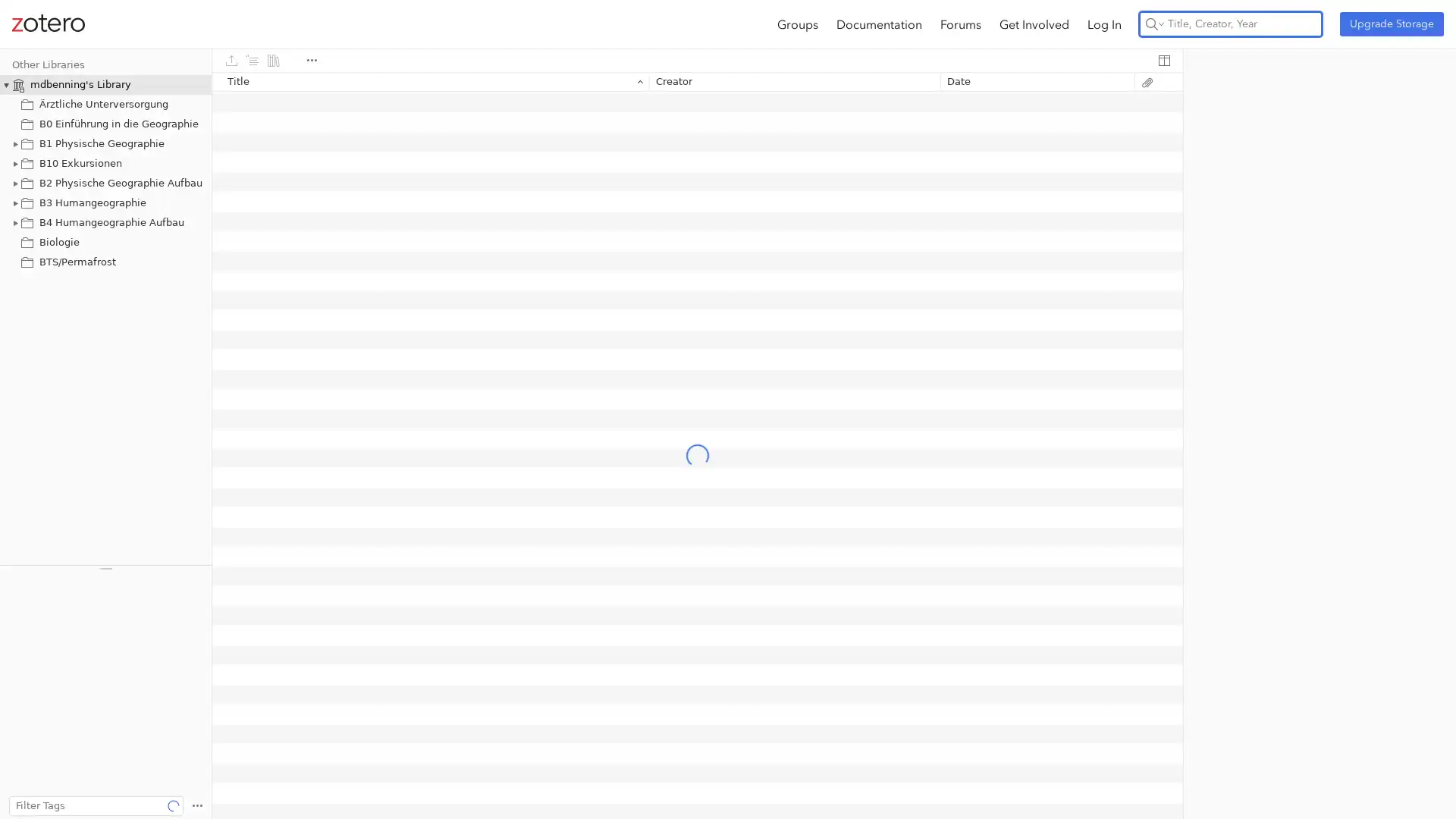  What do you see at coordinates (76, 601) in the screenshot?
I see `bedarfsgerechte Versorgung` at bounding box center [76, 601].